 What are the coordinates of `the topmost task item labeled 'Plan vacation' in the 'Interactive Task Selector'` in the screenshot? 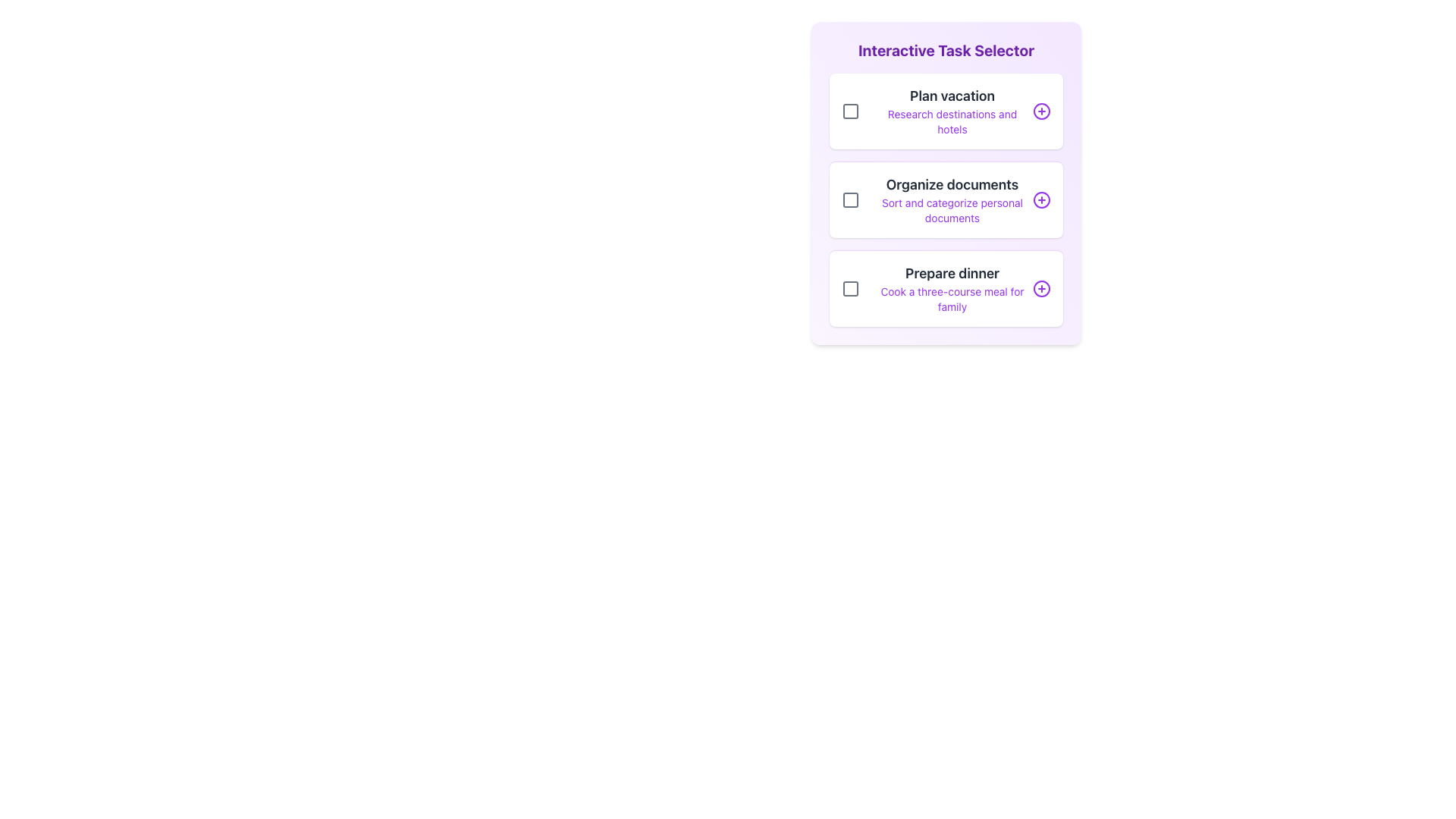 It's located at (937, 110).